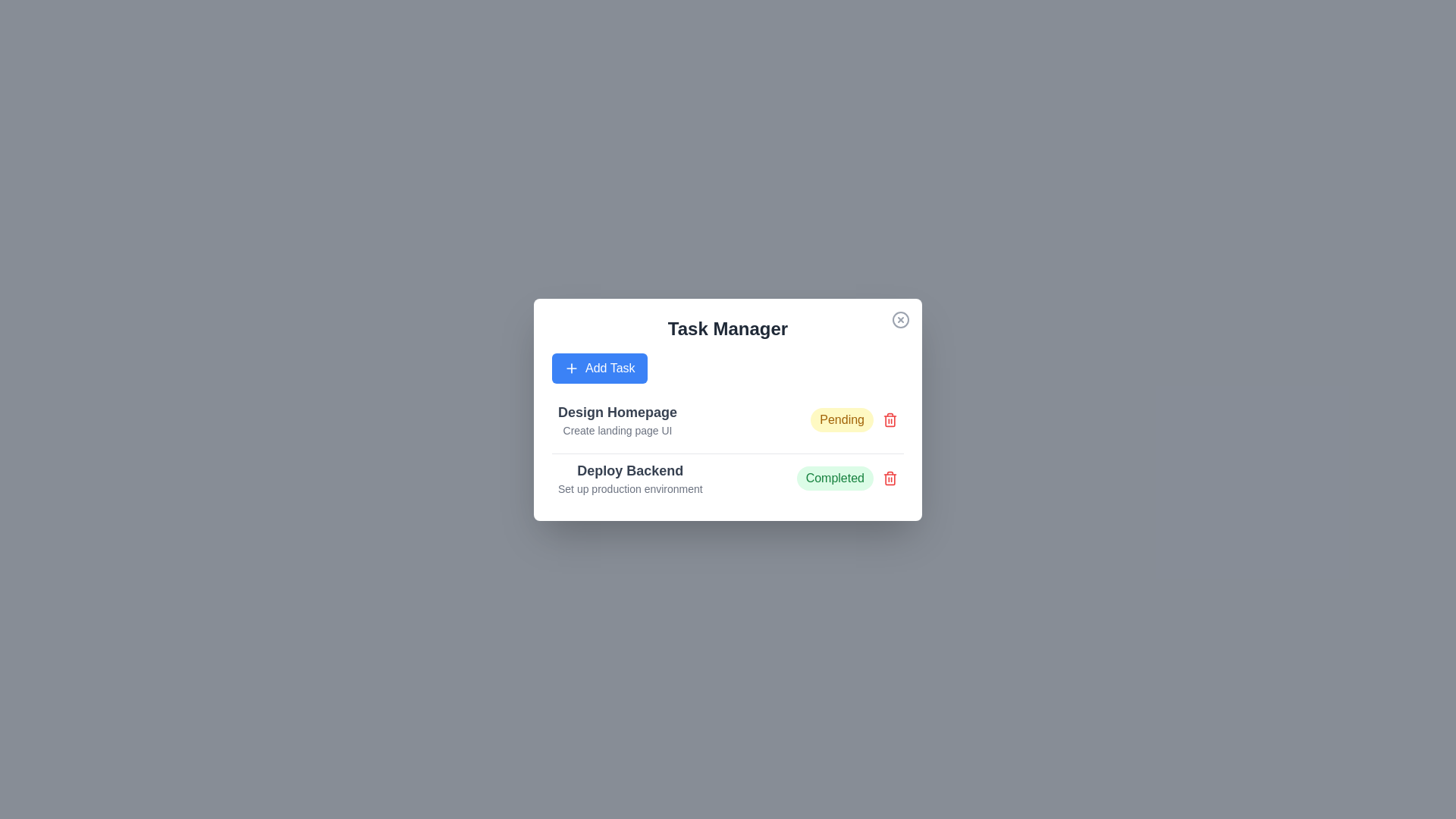  Describe the element at coordinates (890, 479) in the screenshot. I see `the trash can icon element located at the bottom right of the 'Deploy Backend' task row` at that location.